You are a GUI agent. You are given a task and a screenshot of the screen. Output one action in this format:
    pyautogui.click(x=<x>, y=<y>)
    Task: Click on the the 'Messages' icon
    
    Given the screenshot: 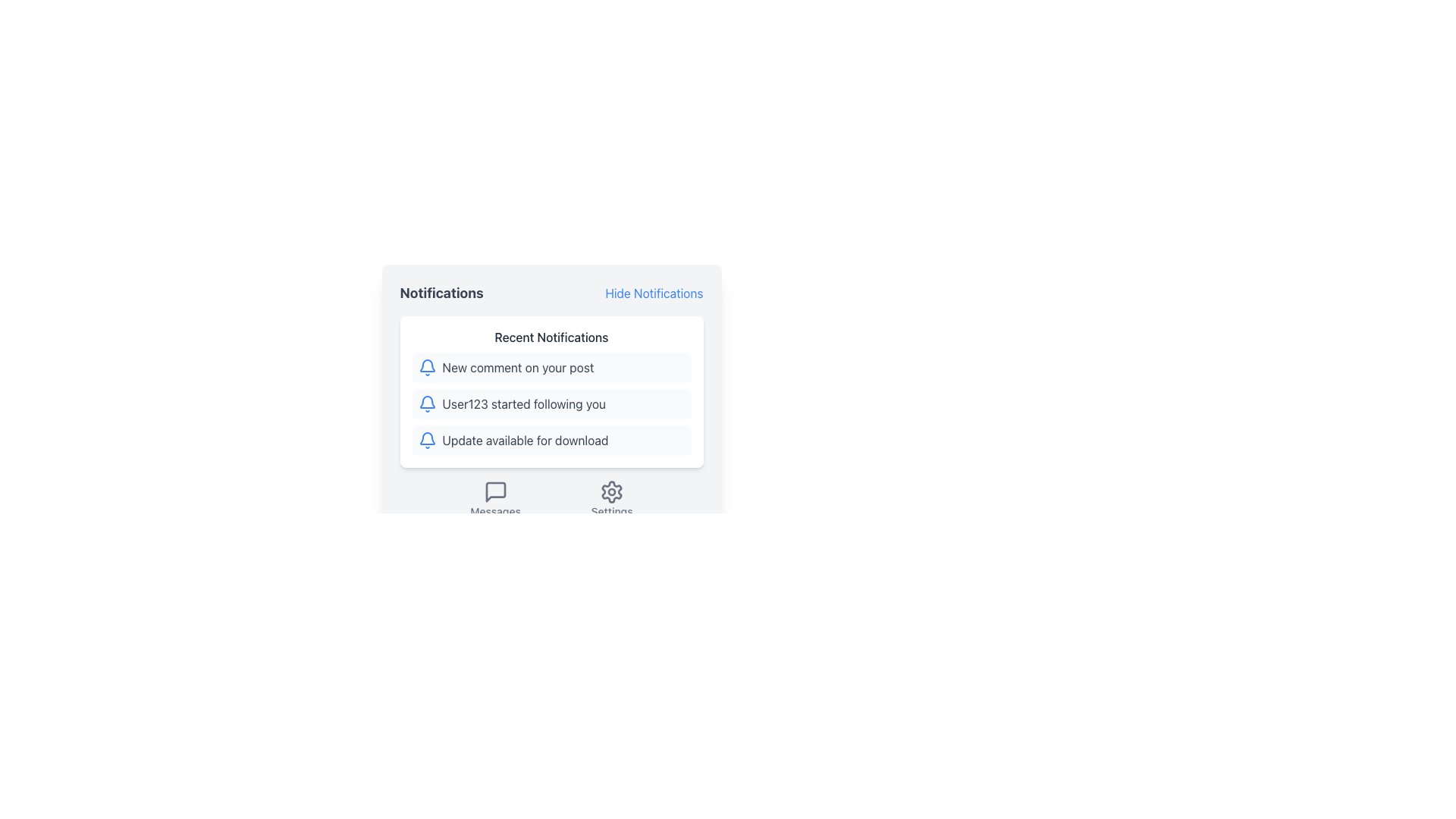 What is the action you would take?
    pyautogui.click(x=495, y=491)
    